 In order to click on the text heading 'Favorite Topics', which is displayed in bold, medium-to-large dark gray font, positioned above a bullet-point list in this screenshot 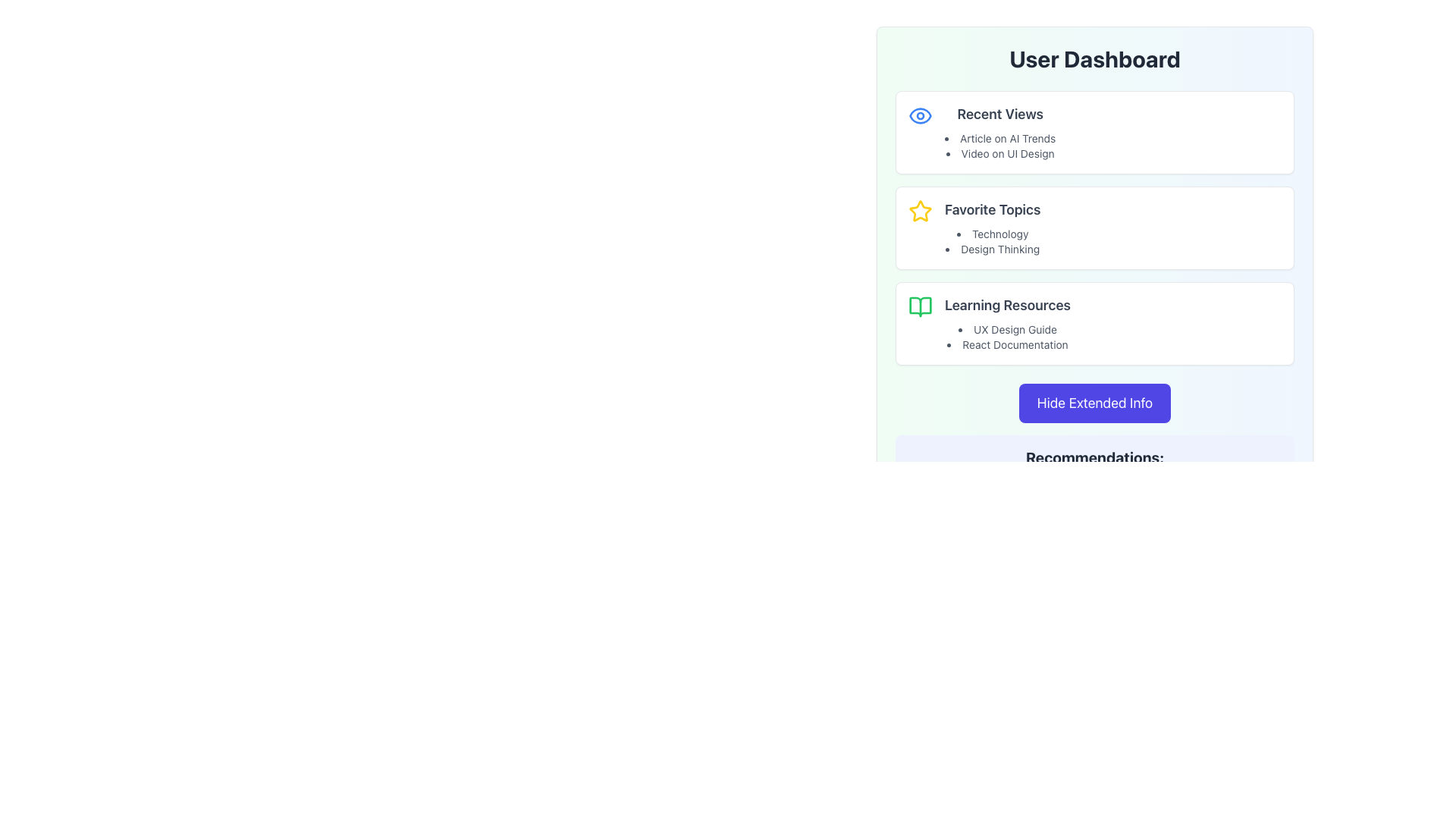, I will do `click(993, 210)`.